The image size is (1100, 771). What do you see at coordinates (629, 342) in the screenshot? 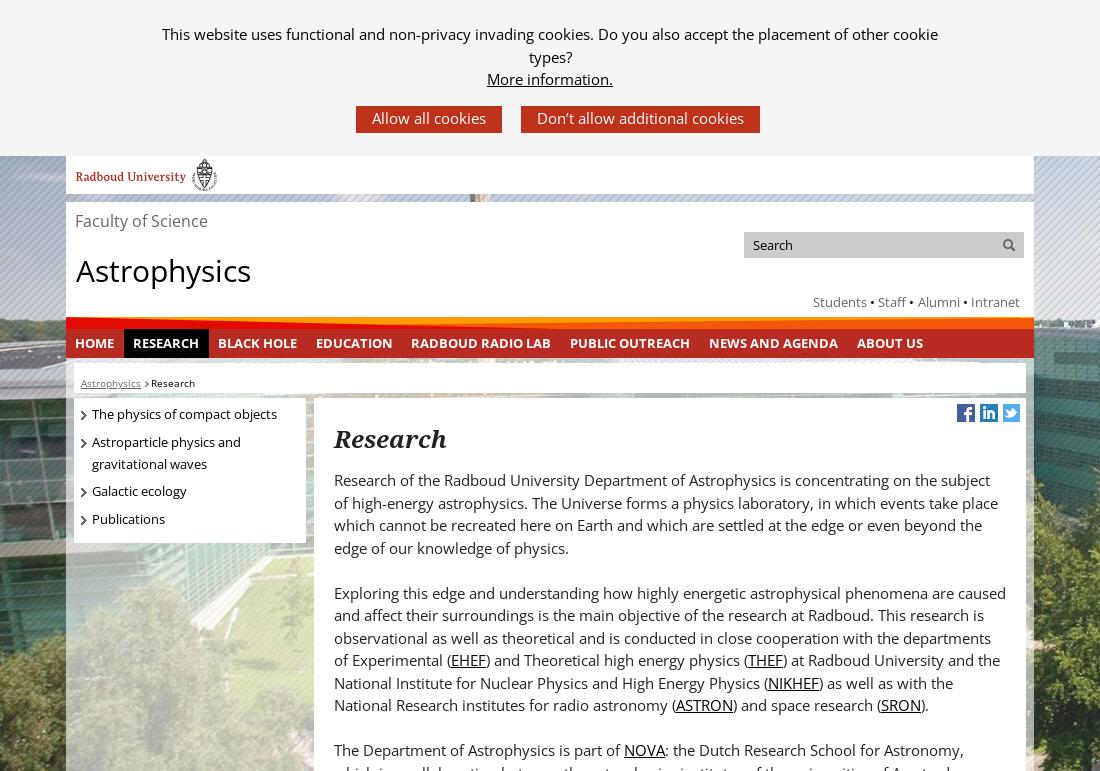
I see `'Public Outreach'` at bounding box center [629, 342].